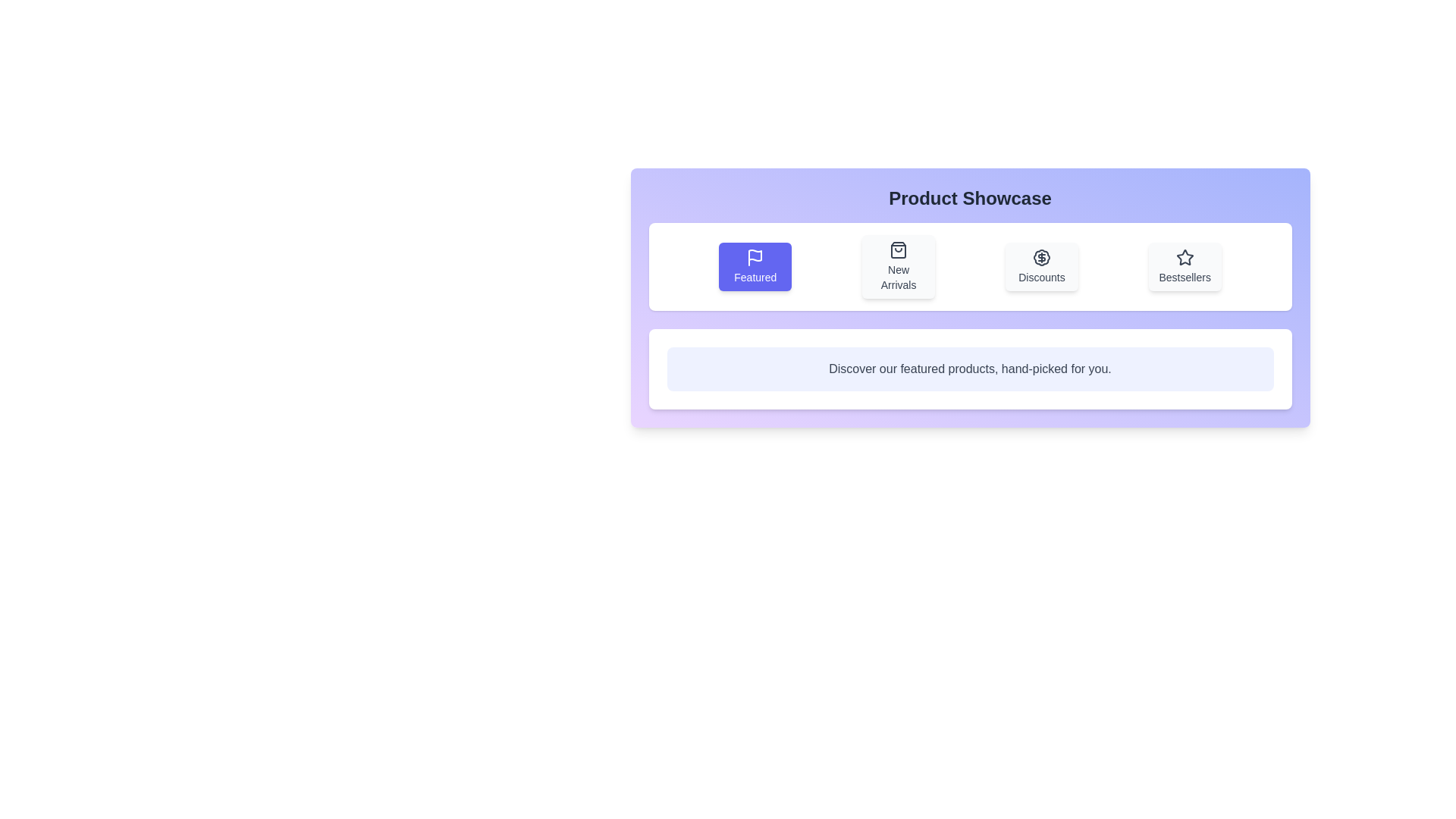 This screenshot has height=819, width=1456. I want to click on the Navigation menu, so click(969, 265).